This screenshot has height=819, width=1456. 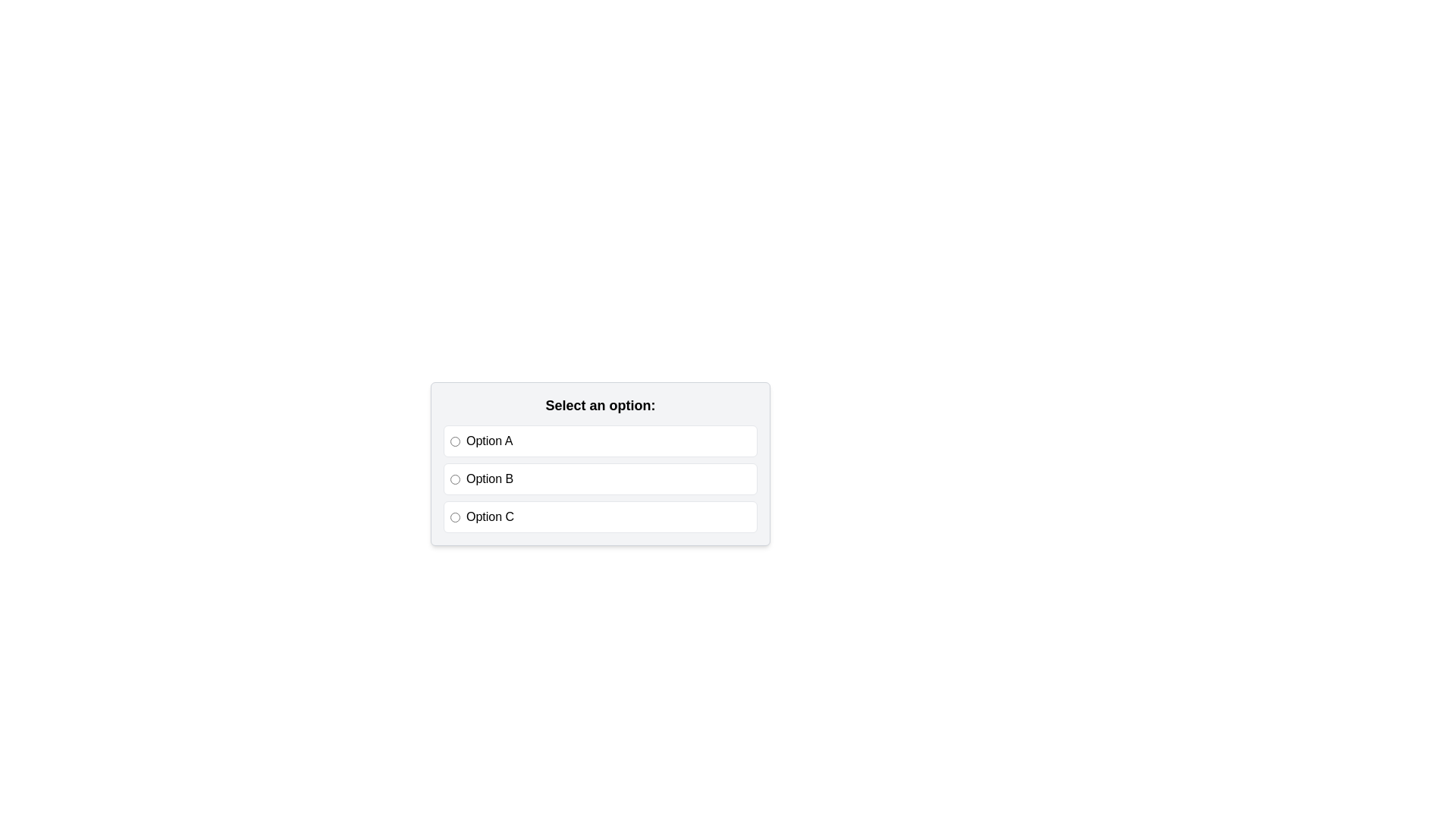 I want to click on the first radio button labeled 'Option A', so click(x=454, y=441).